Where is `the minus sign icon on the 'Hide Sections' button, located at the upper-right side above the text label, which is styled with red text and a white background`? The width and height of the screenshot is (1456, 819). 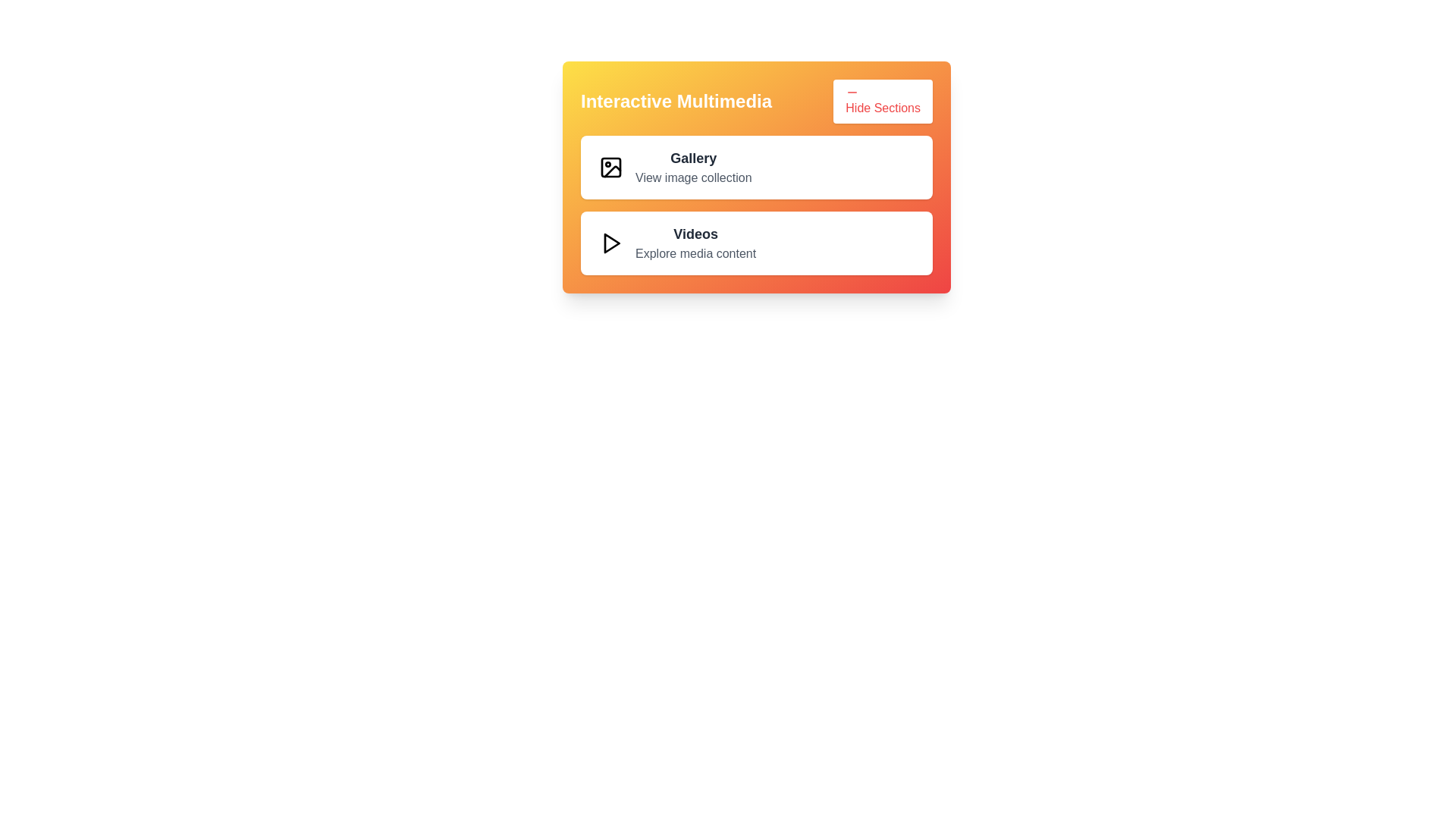 the minus sign icon on the 'Hide Sections' button, located at the upper-right side above the text label, which is styled with red text and a white background is located at coordinates (852, 93).